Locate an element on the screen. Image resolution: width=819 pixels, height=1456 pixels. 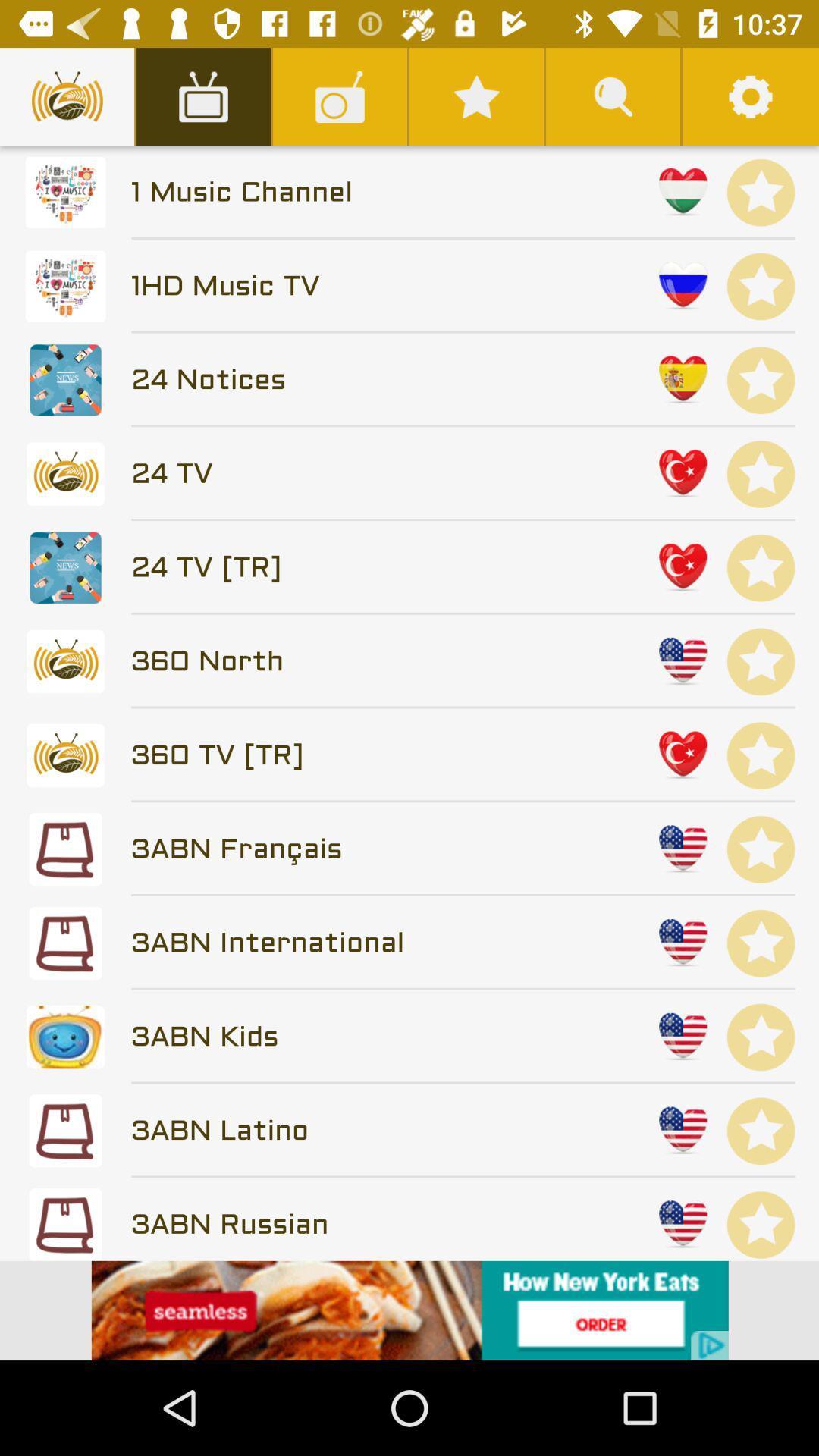
open advertisement is located at coordinates (409, 1310).